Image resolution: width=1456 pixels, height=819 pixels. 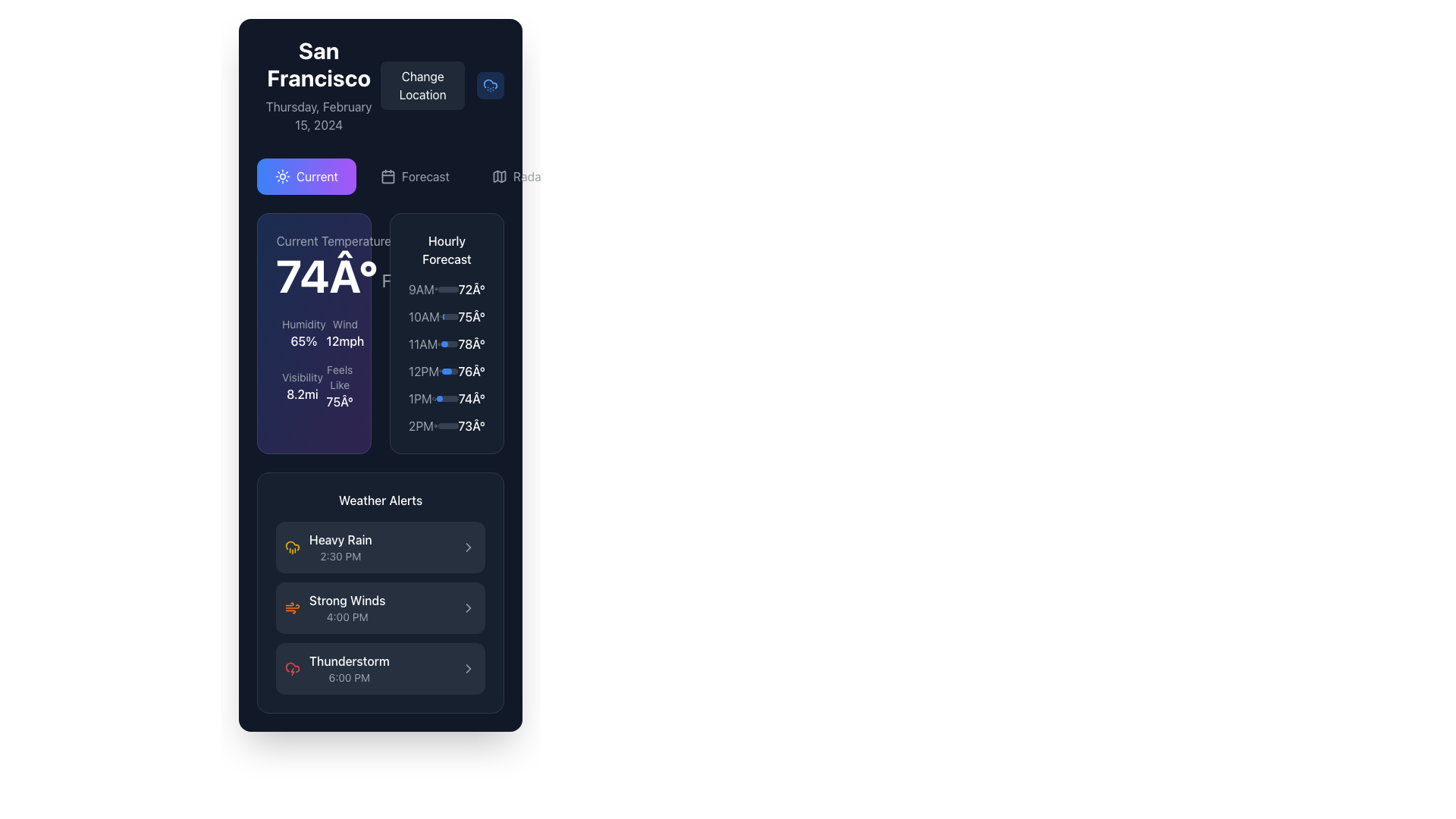 What do you see at coordinates (449, 371) in the screenshot?
I see `the horizontal progress bar located in the '12PM' hourly forecast section, which has a gray background and a blue progress segment covering 60%` at bounding box center [449, 371].